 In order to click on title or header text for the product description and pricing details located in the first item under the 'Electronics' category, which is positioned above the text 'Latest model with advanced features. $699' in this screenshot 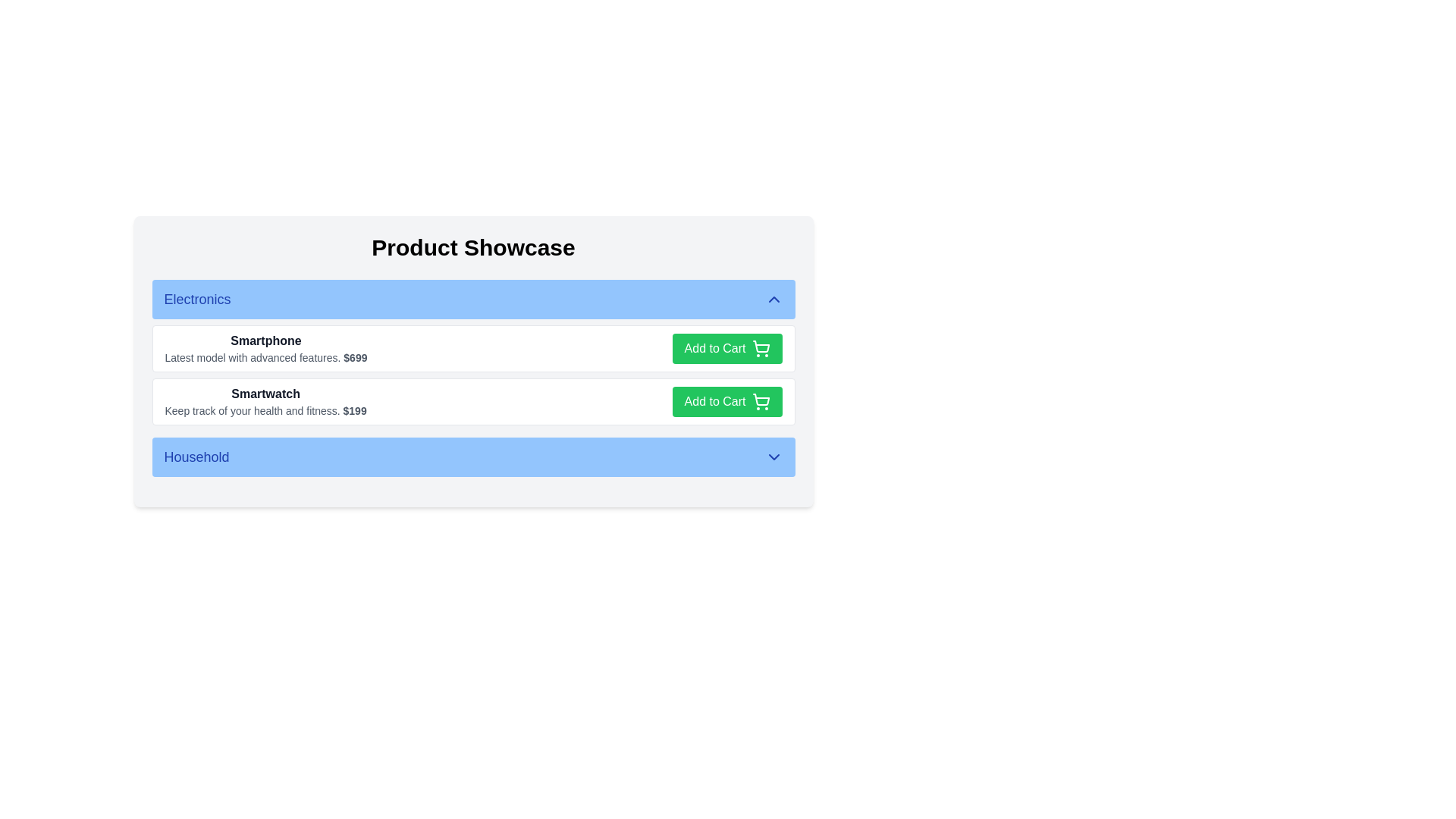, I will do `click(265, 341)`.